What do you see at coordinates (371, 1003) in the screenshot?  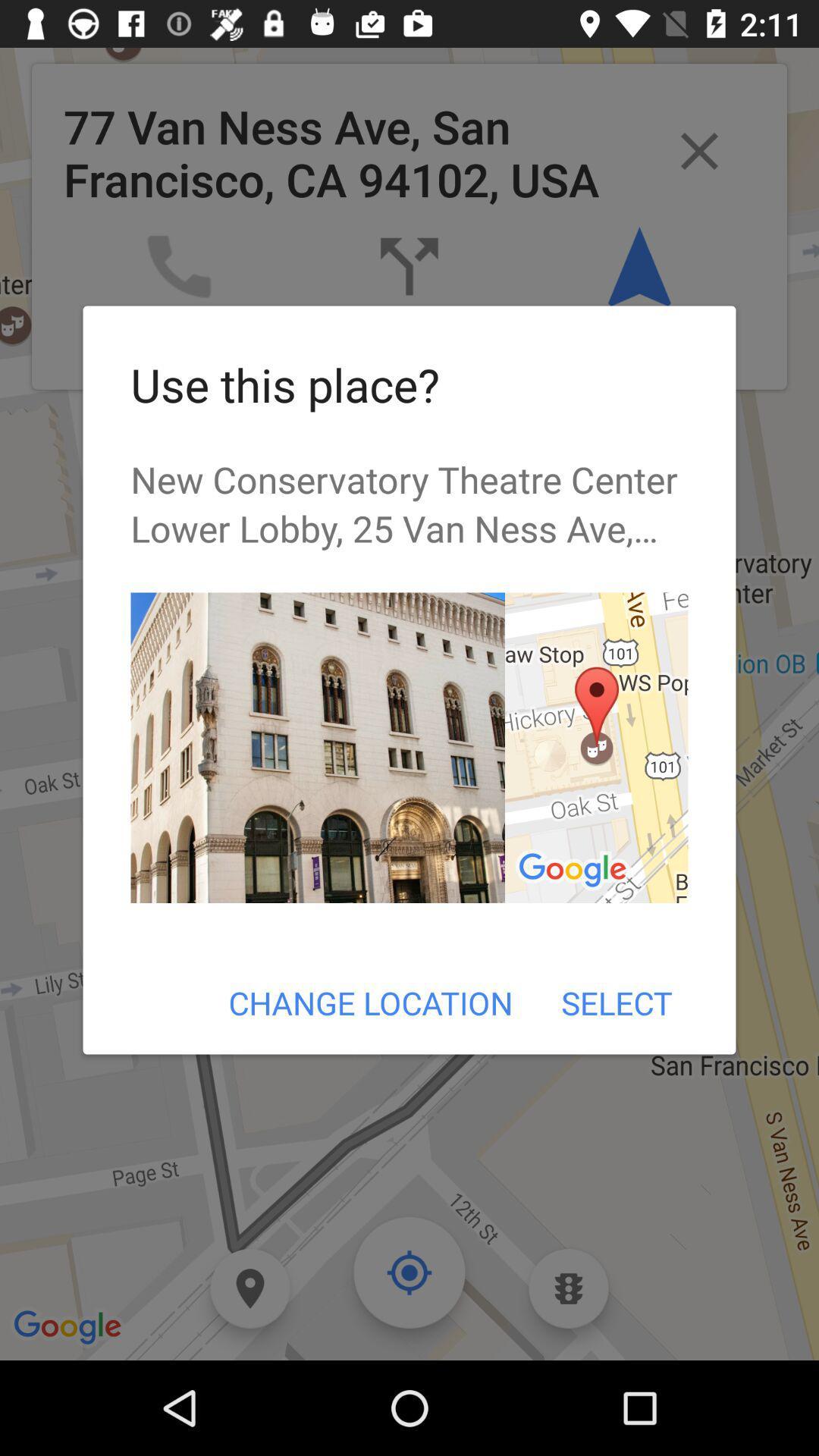 I see `item next to the select item` at bounding box center [371, 1003].